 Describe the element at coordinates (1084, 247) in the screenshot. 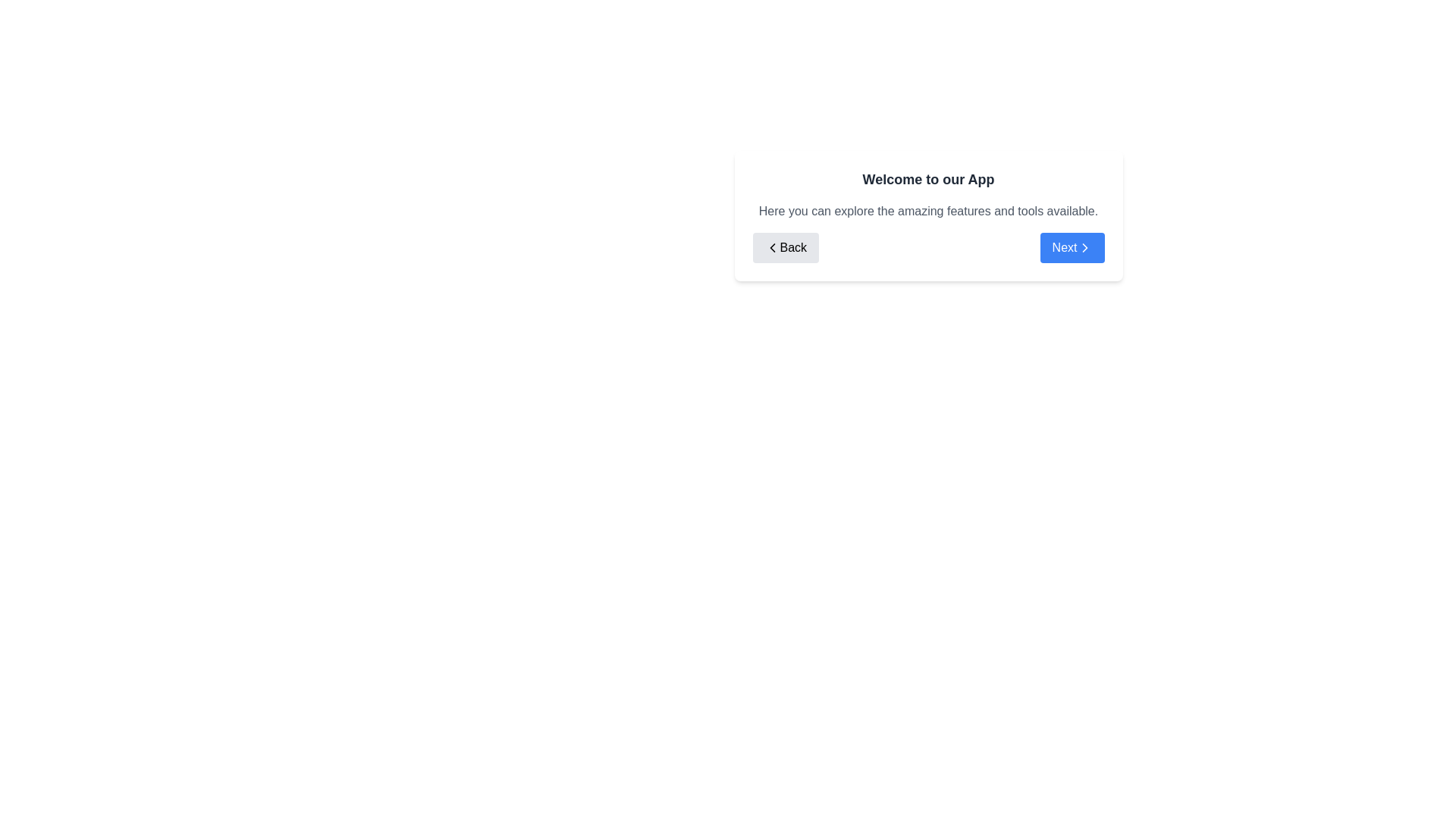

I see `the right-pointing chevron arrow SVG icon inside the 'Next' button, which is located on the right side of the modal window` at that location.